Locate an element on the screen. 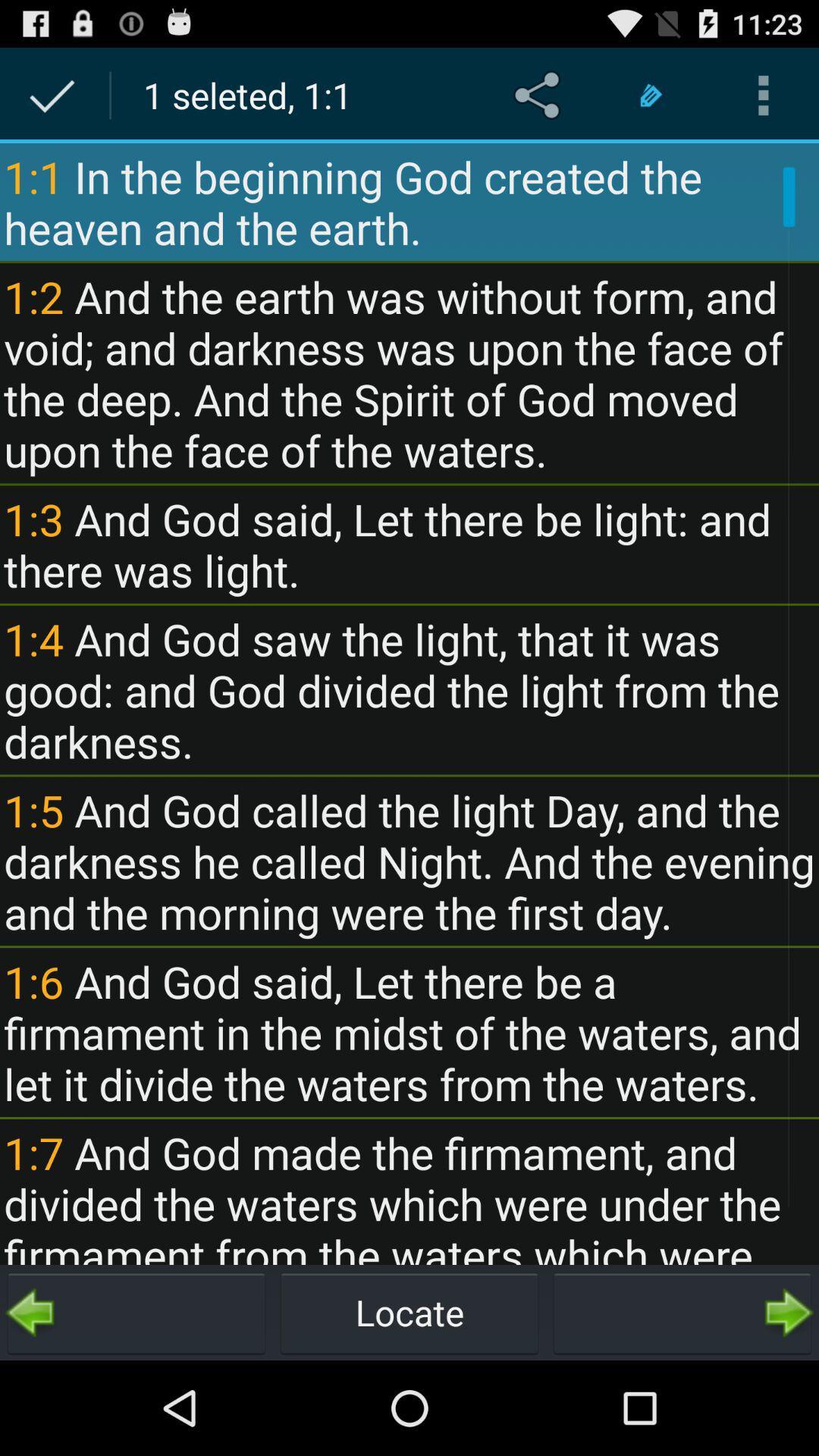 This screenshot has height=1456, width=819. the icon next to locate button is located at coordinates (681, 1312).